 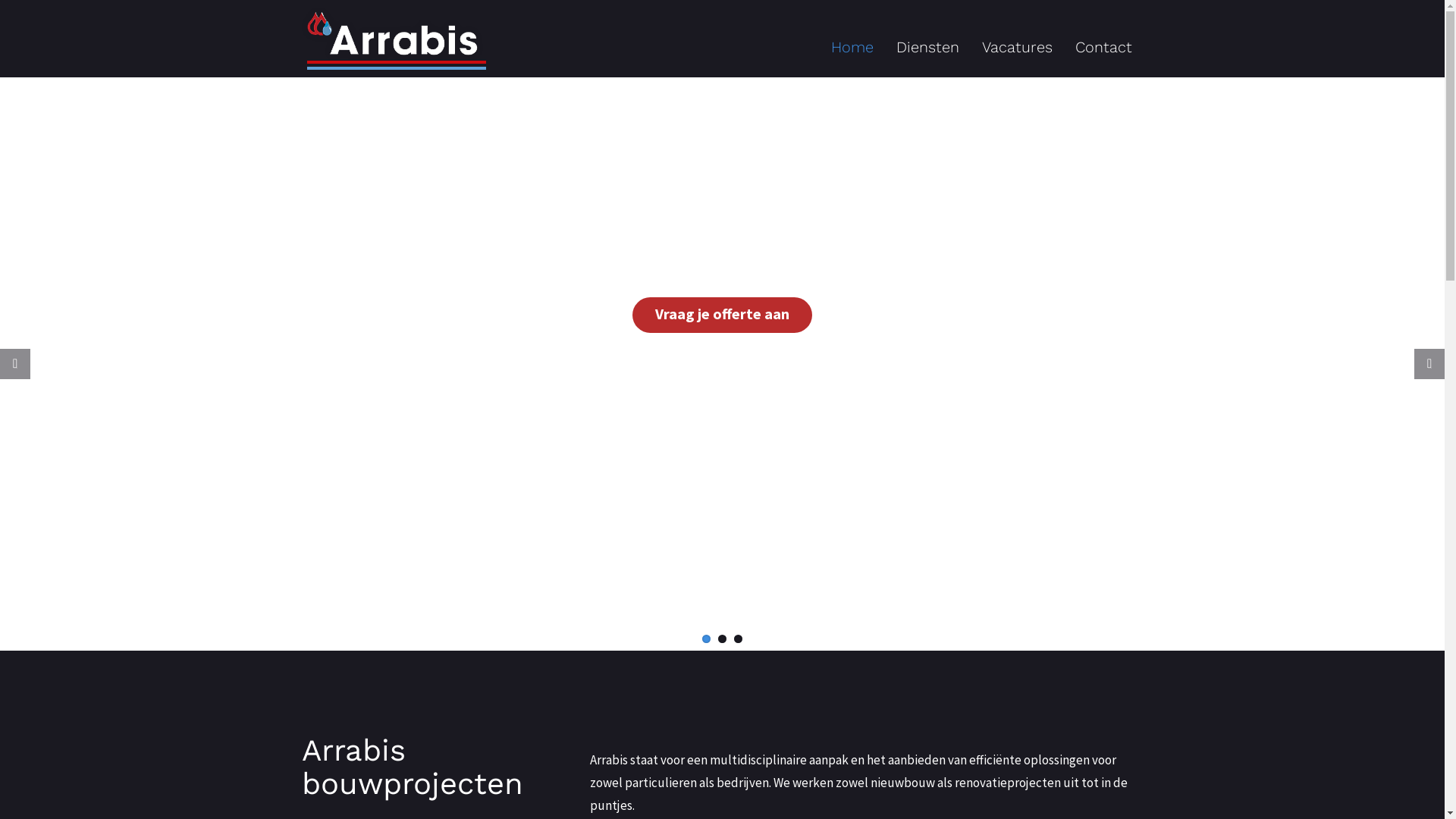 I want to click on 'Vacatures', so click(x=1017, y=45).